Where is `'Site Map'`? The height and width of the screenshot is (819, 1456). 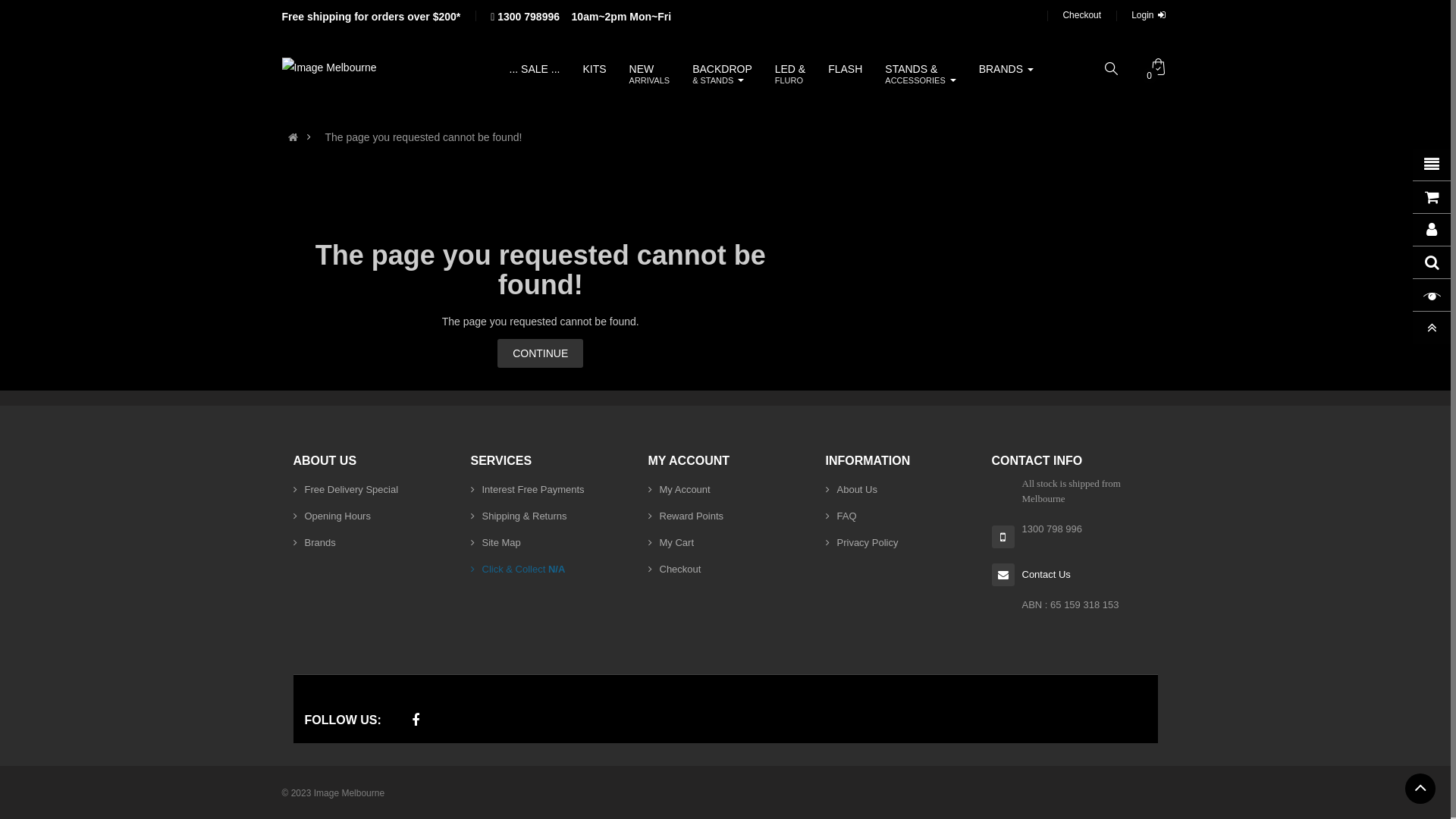
'Site Map' is located at coordinates (494, 541).